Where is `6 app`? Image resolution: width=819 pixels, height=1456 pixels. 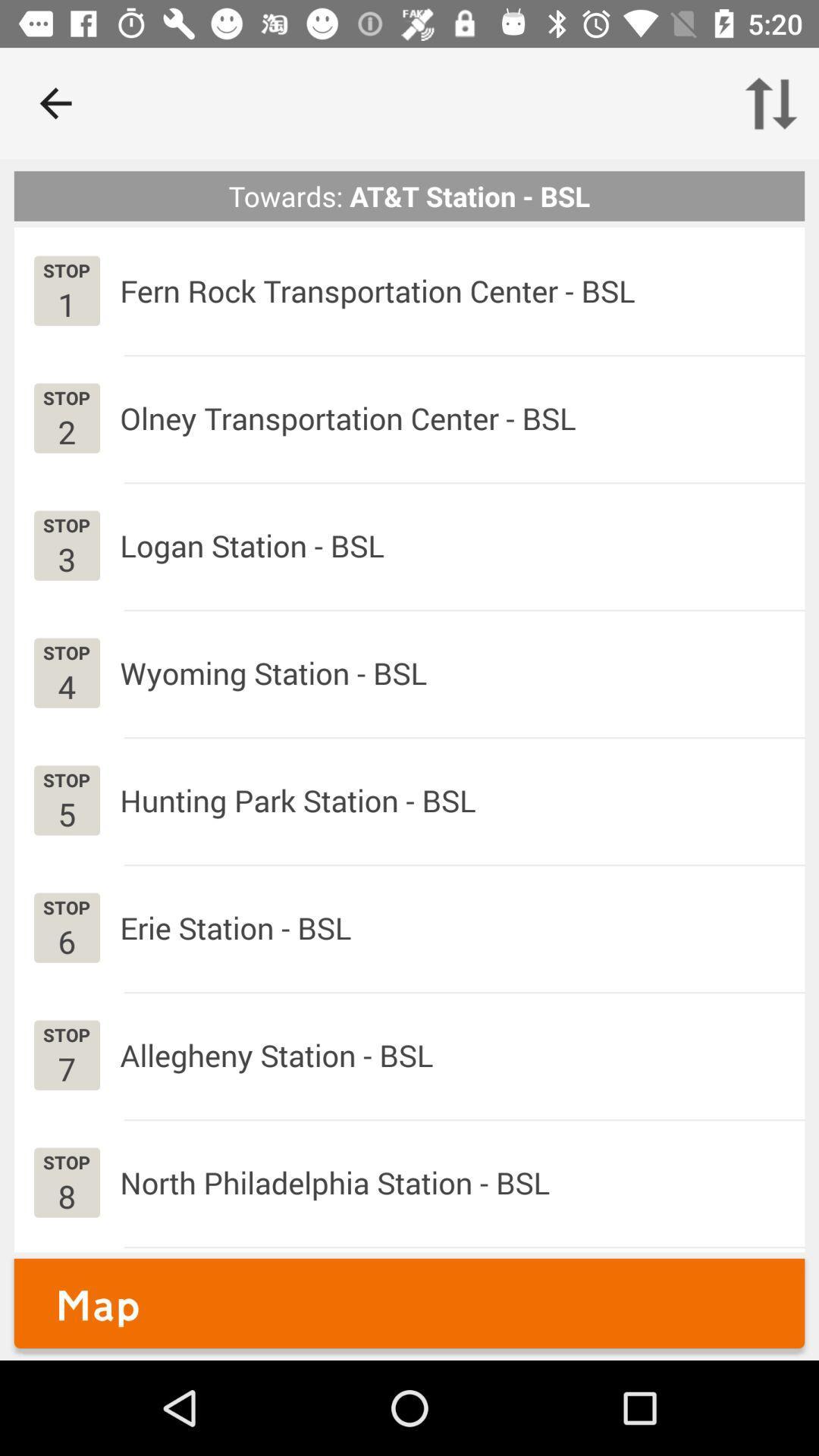 6 app is located at coordinates (66, 940).